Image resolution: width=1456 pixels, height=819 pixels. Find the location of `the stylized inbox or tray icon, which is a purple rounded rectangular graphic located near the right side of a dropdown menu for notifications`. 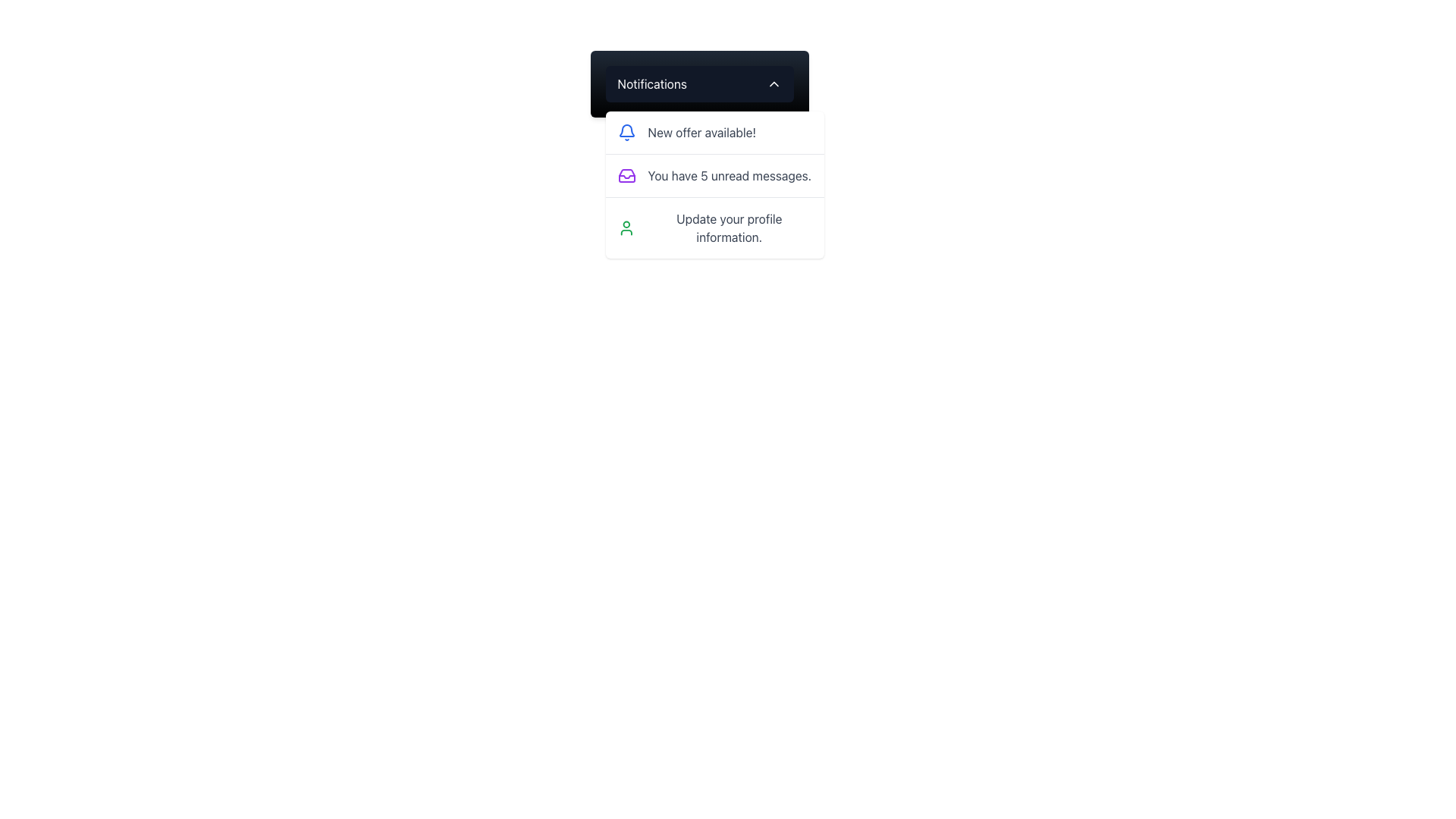

the stylized inbox or tray icon, which is a purple rounded rectangular graphic located near the right side of a dropdown menu for notifications is located at coordinates (626, 174).